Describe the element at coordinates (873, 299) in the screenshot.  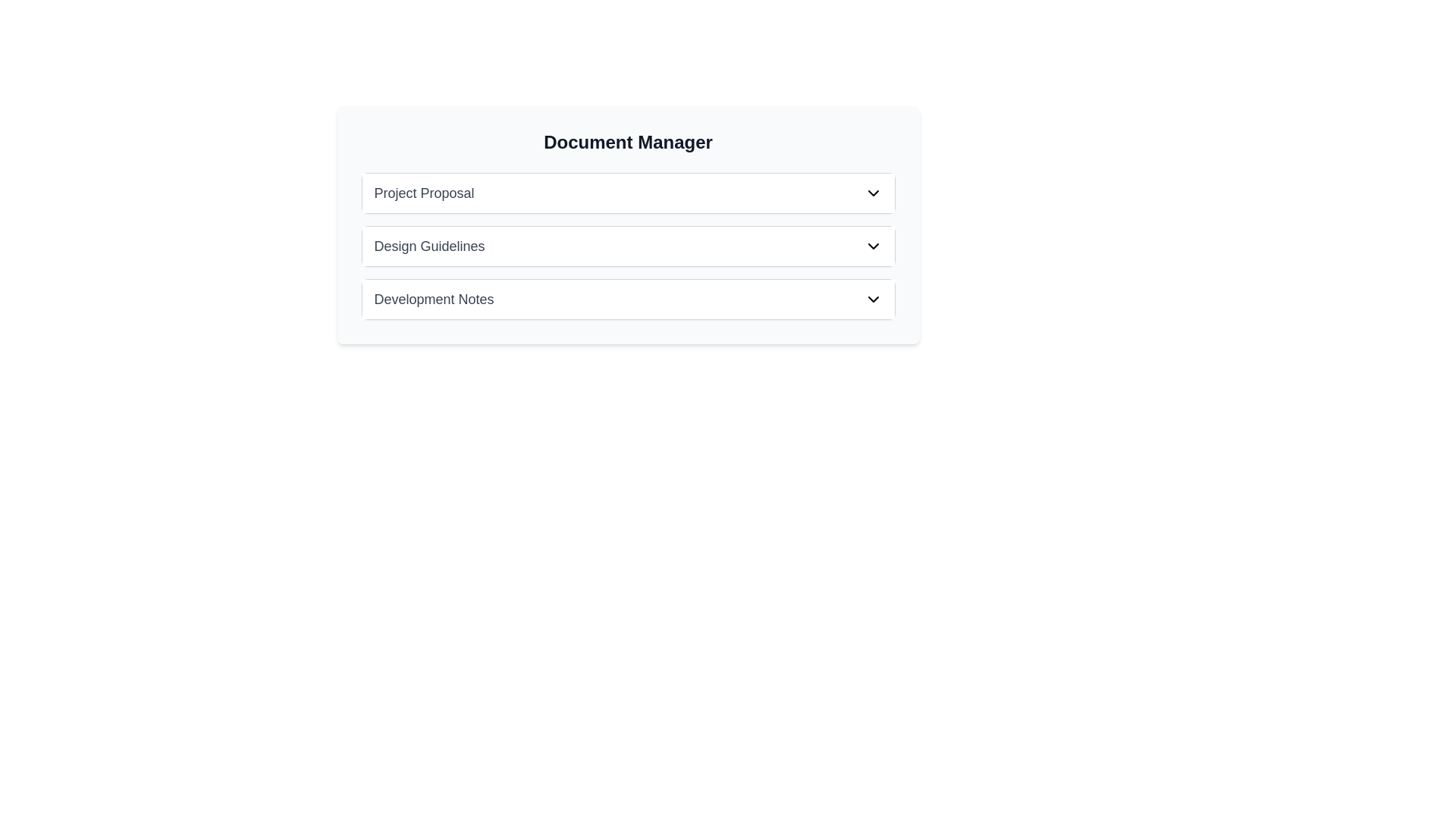
I see `the downwards chevron icon in the 'Development Notes' section` at that location.